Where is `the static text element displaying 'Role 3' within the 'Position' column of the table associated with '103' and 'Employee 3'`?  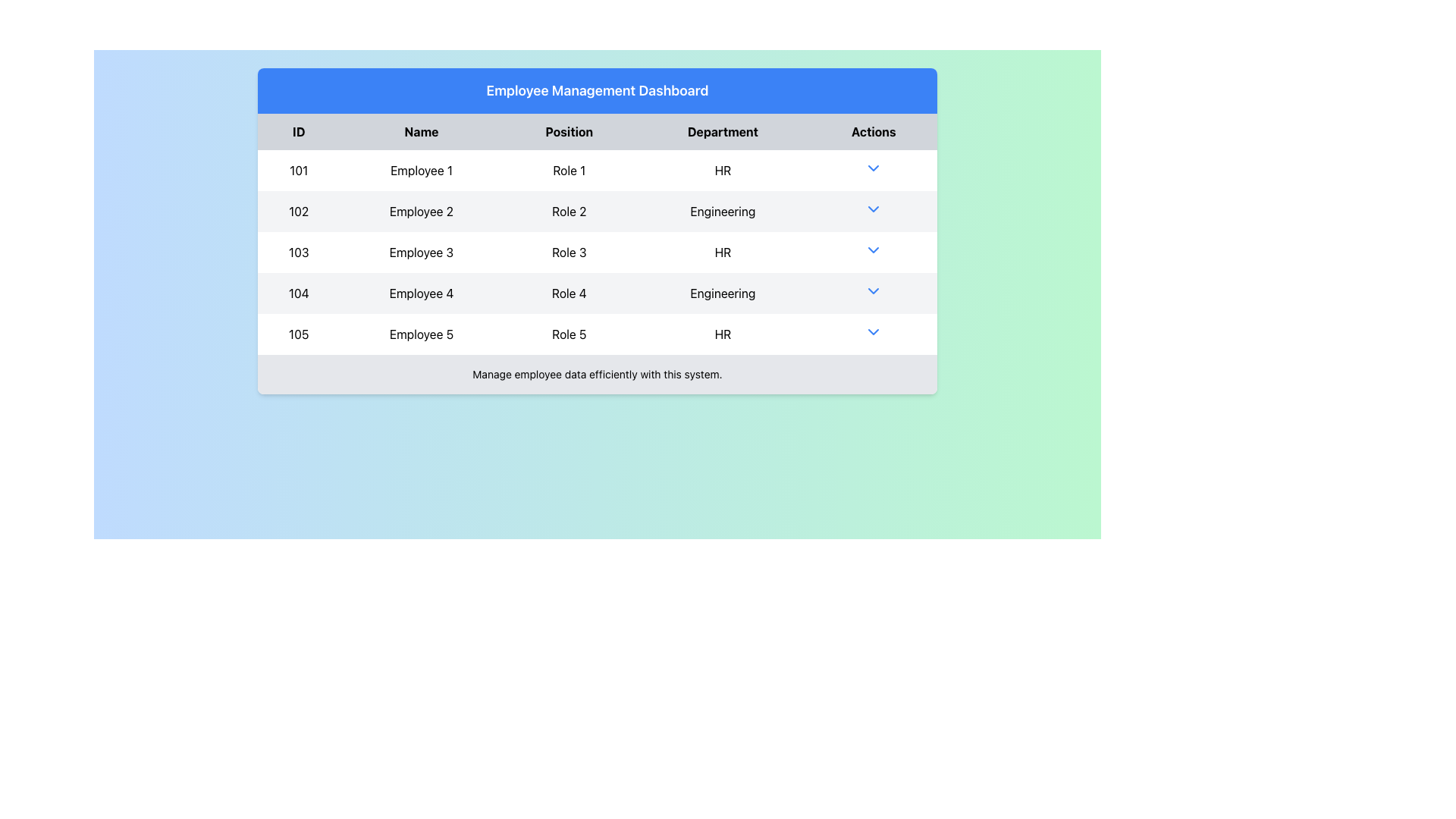 the static text element displaying 'Role 3' within the 'Position' column of the table associated with '103' and 'Employee 3' is located at coordinates (568, 251).